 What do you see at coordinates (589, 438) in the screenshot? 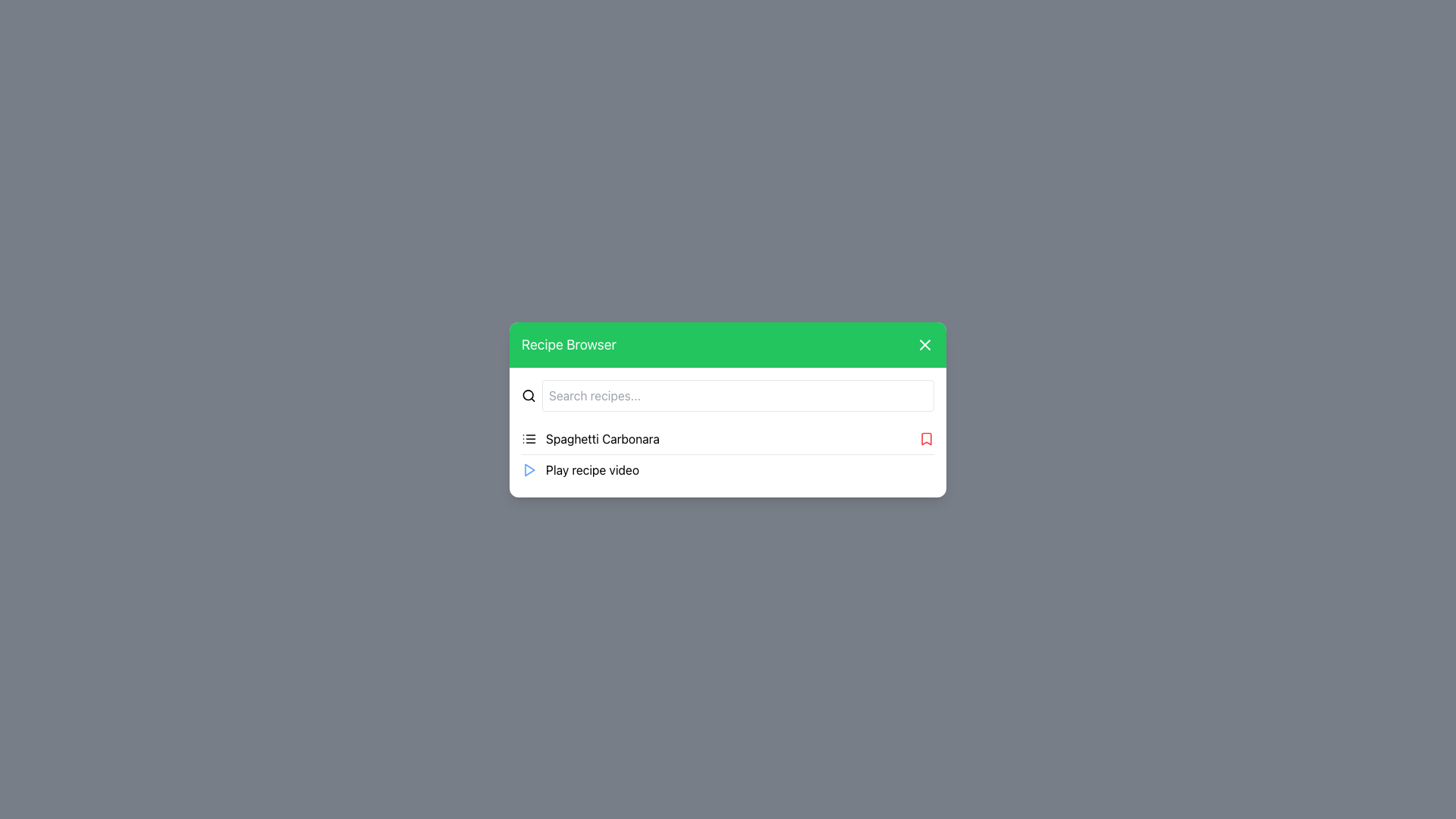
I see `the text label for 'Spaghetti Carbonara', which serves as an identifier for a list item and may reveal further details` at bounding box center [589, 438].